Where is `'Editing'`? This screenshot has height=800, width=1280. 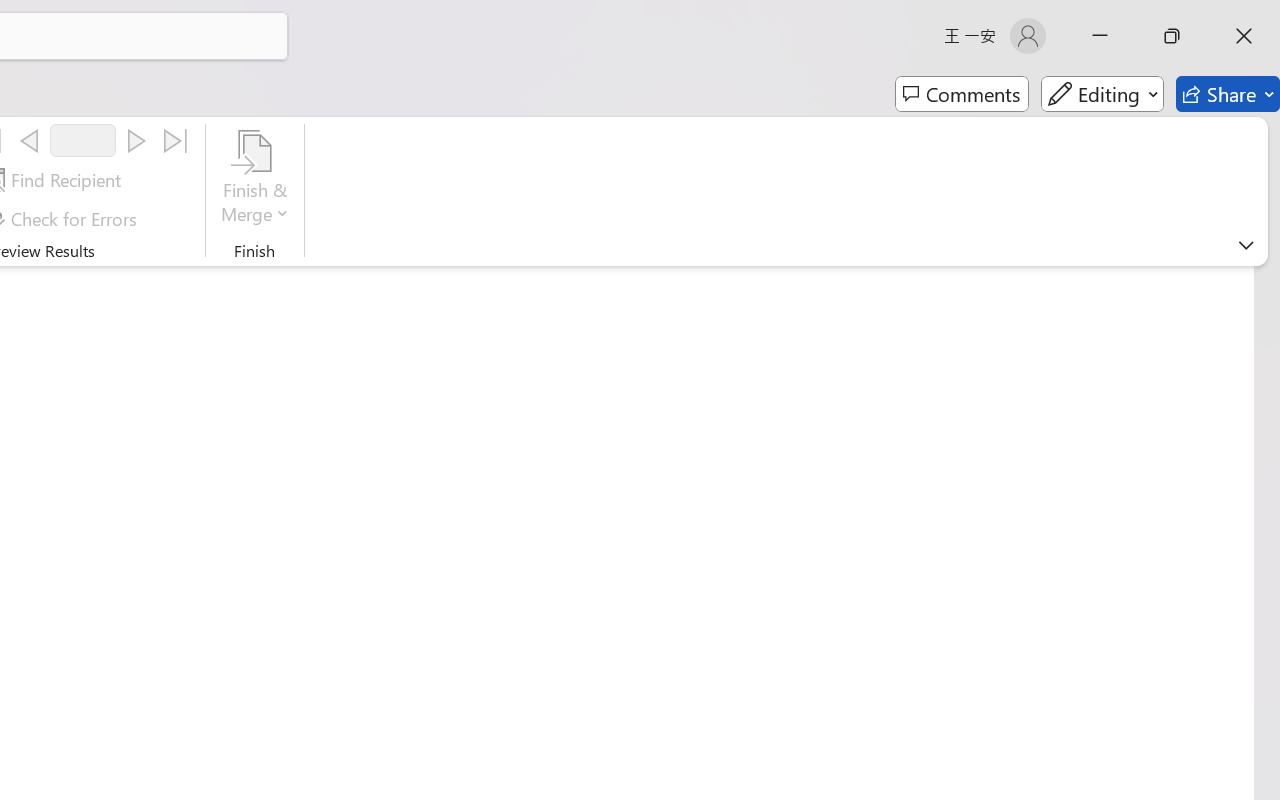 'Editing' is located at coordinates (1101, 94).